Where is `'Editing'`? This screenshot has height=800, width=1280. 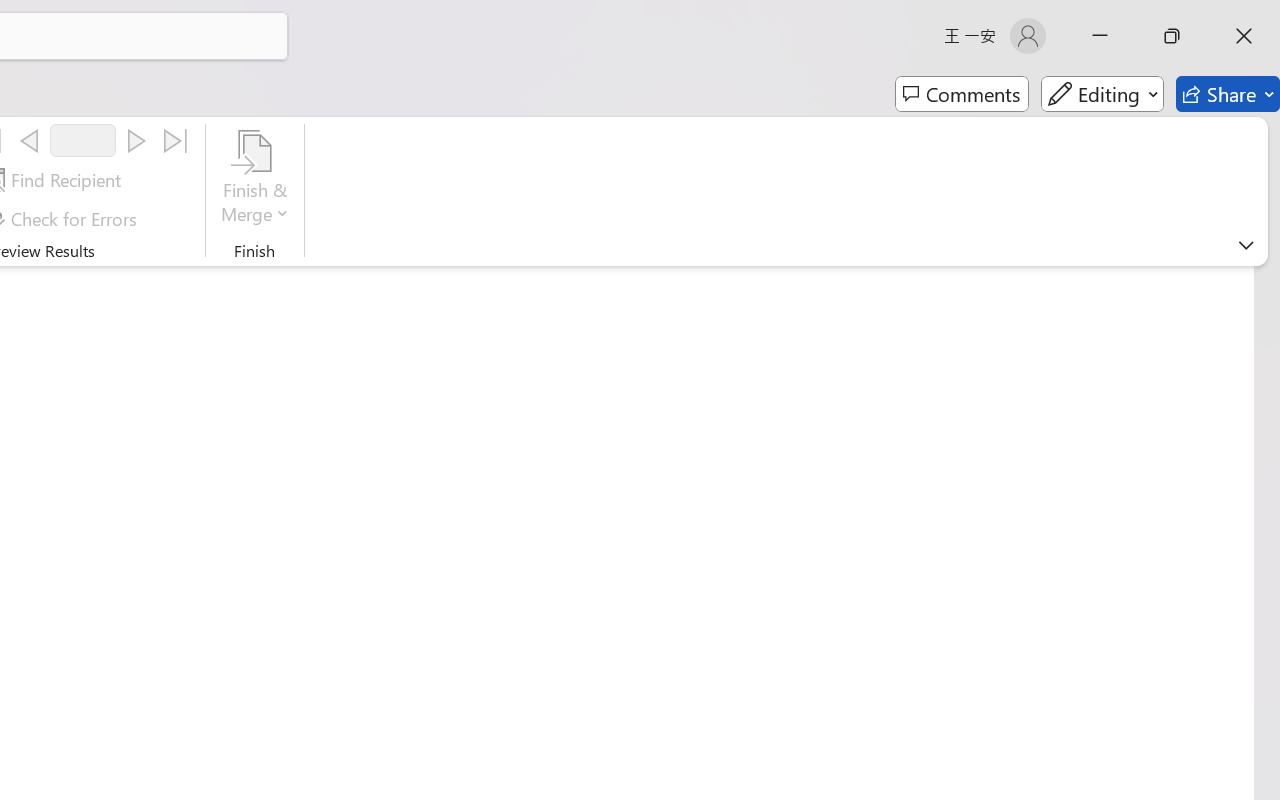 'Editing' is located at coordinates (1101, 94).